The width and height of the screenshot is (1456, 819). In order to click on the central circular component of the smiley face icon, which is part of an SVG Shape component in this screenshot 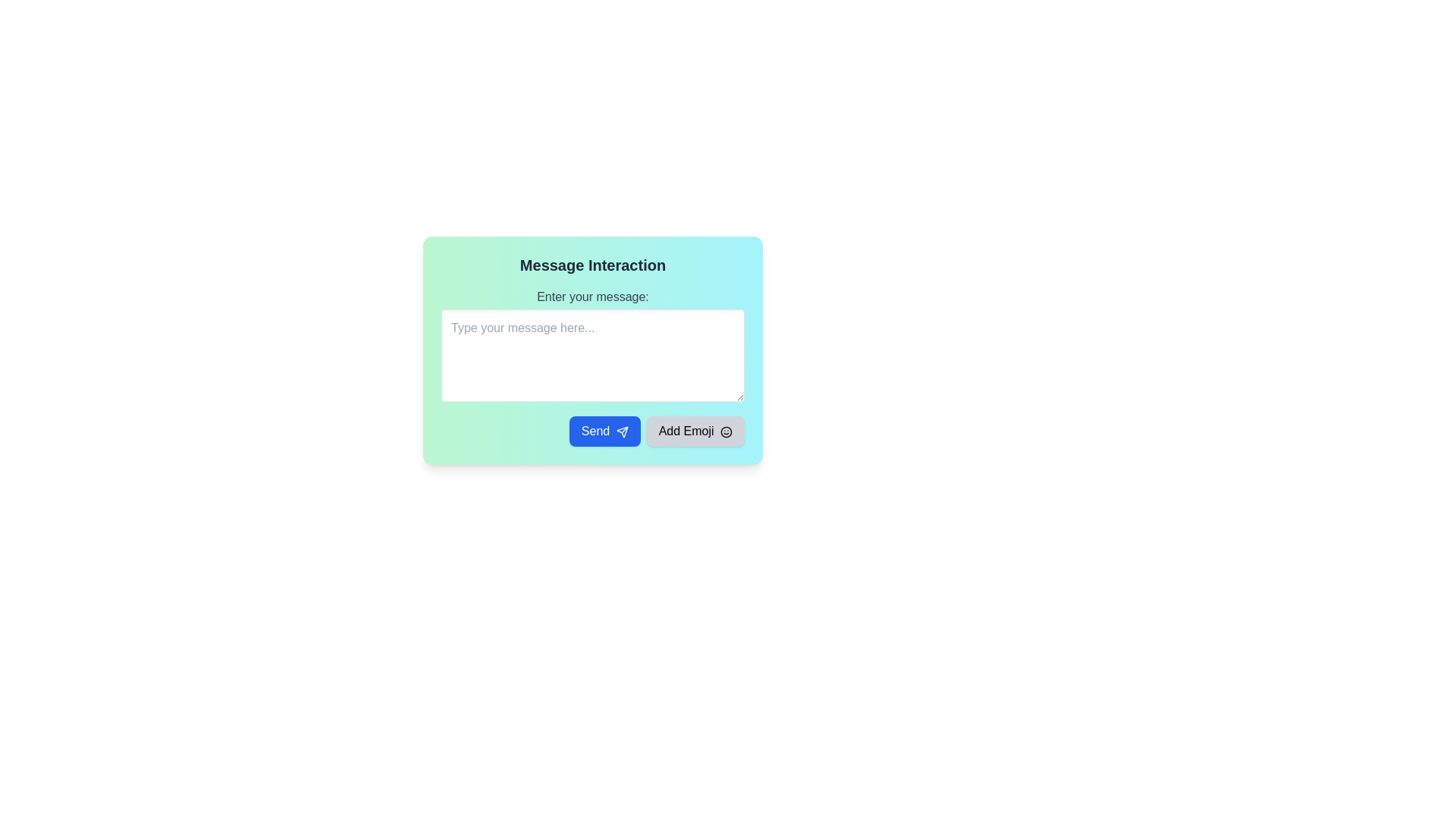, I will do `click(726, 431)`.